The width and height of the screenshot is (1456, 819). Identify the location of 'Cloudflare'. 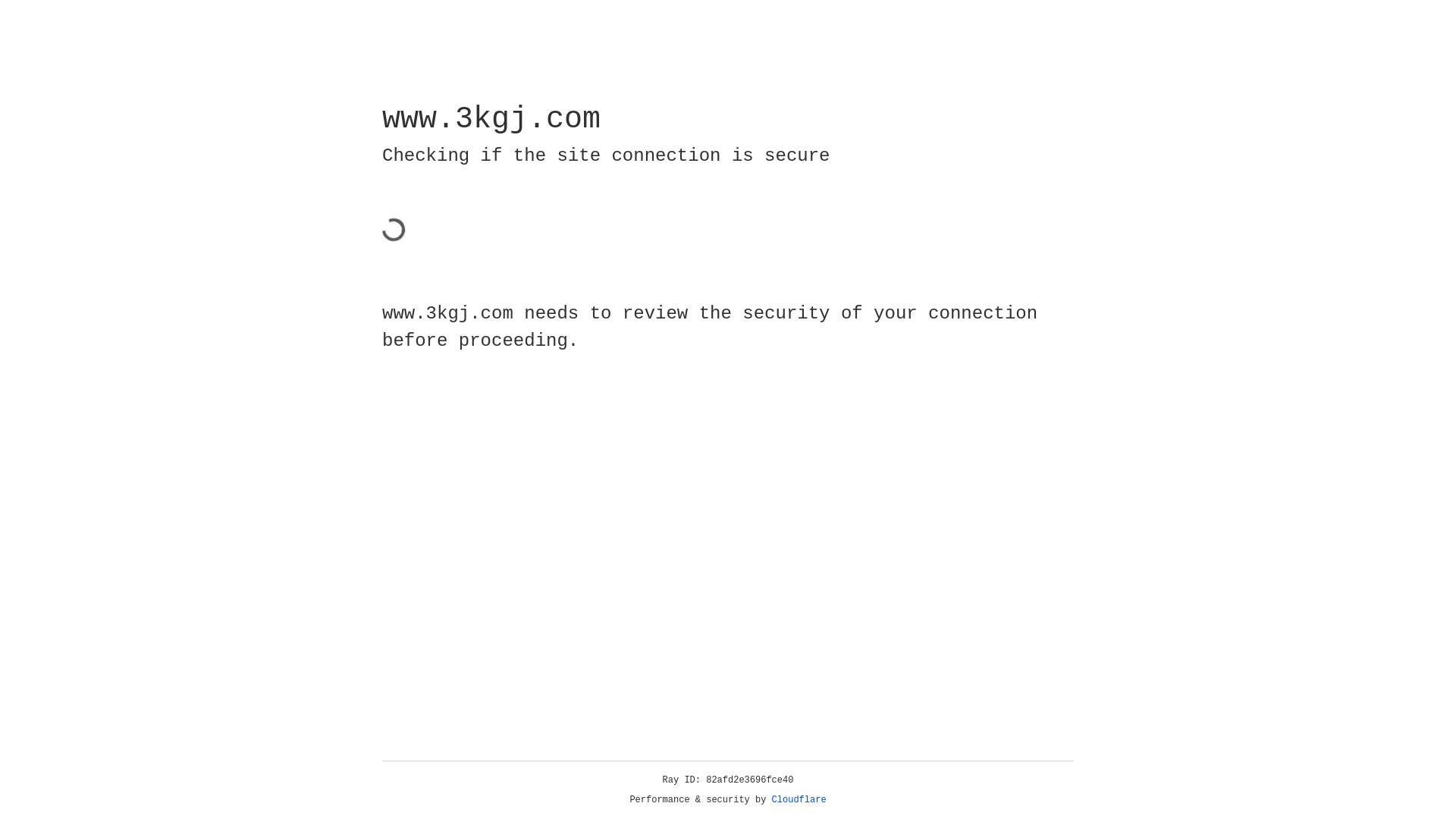
(799, 799).